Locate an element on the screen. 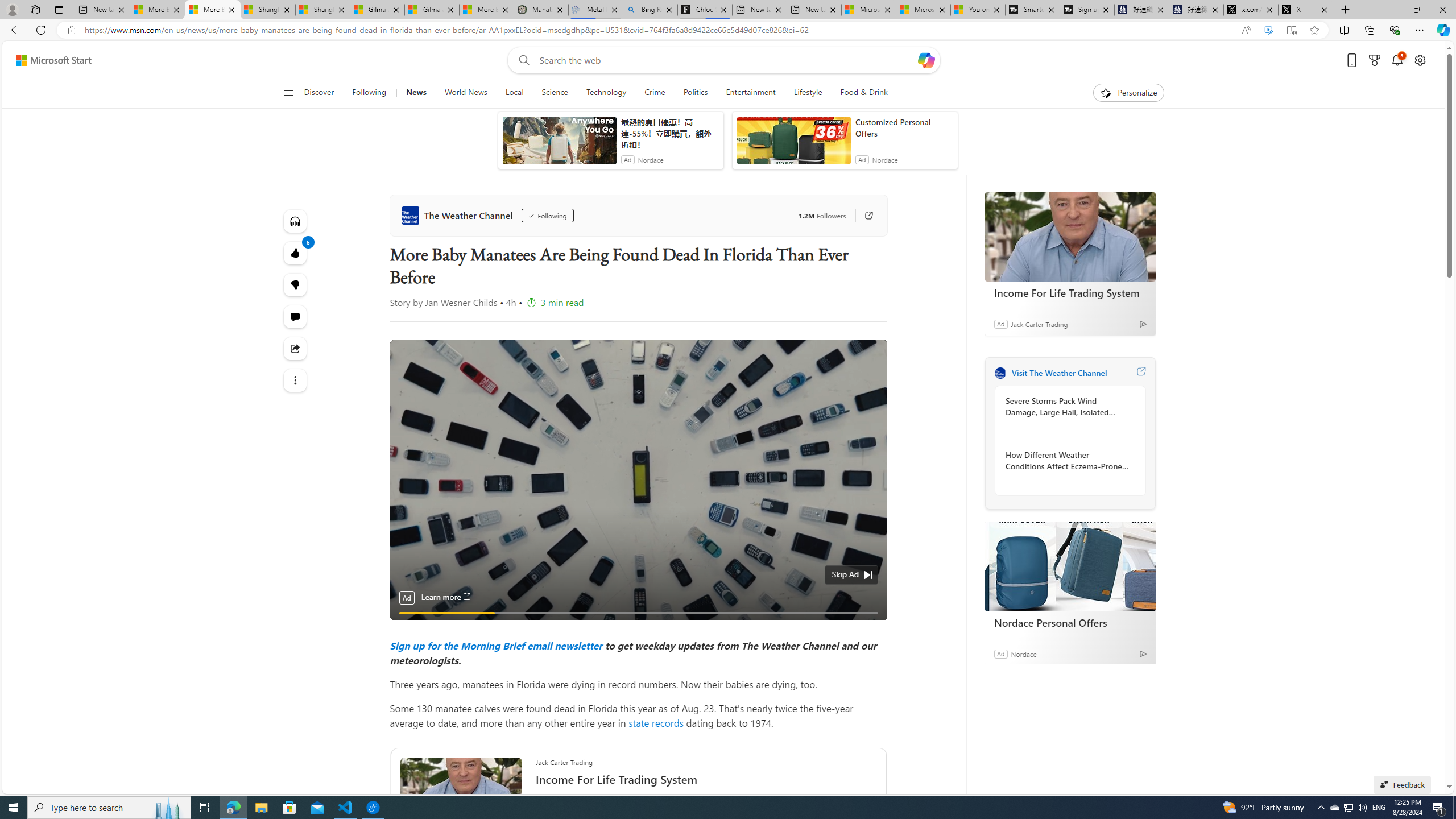  'Feedback' is located at coordinates (1402, 784).